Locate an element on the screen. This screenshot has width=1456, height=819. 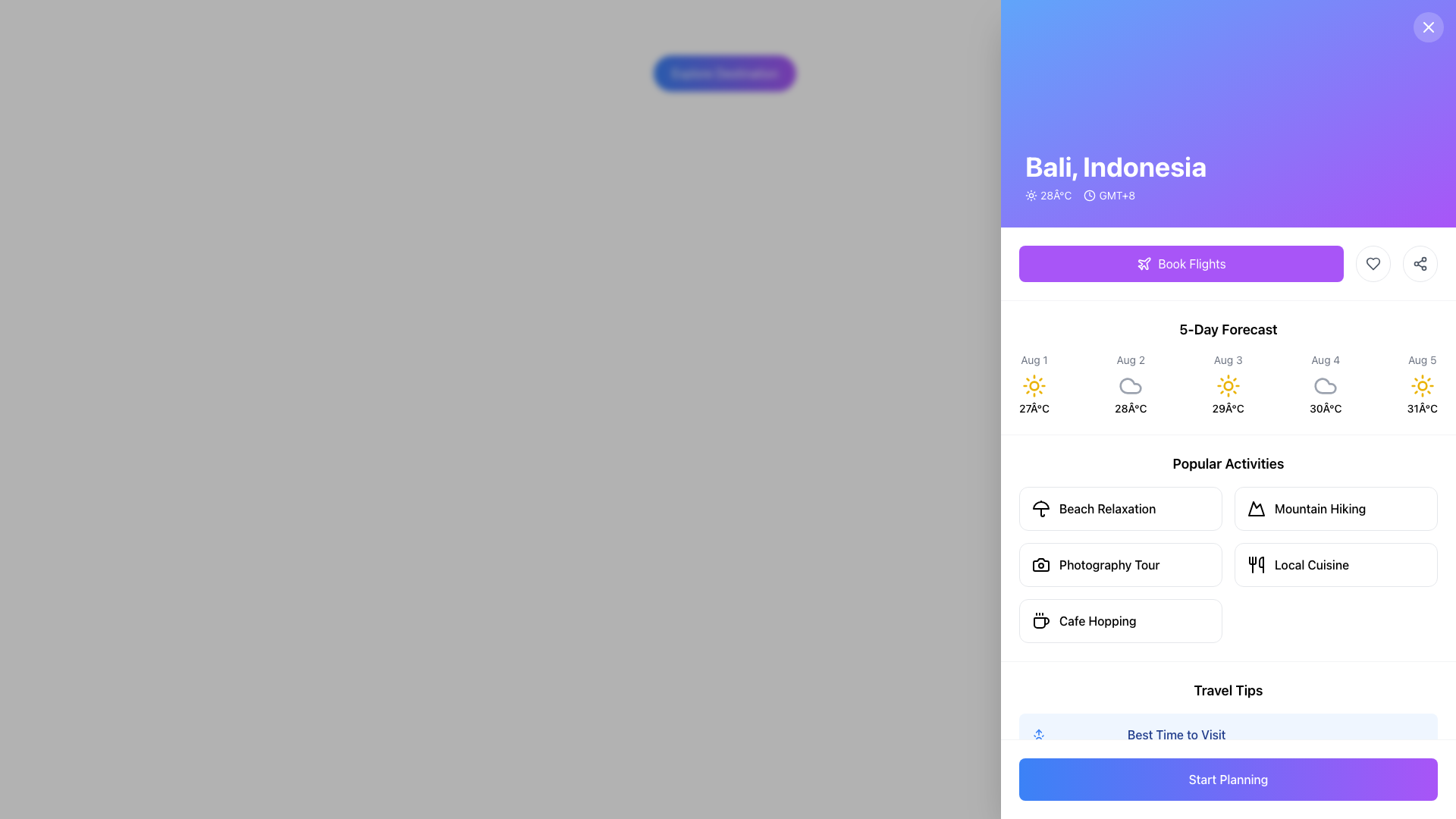
text of the heading element that indicates the weather forecast for five days, located at the upper portion of the weather summary section is located at coordinates (1228, 329).